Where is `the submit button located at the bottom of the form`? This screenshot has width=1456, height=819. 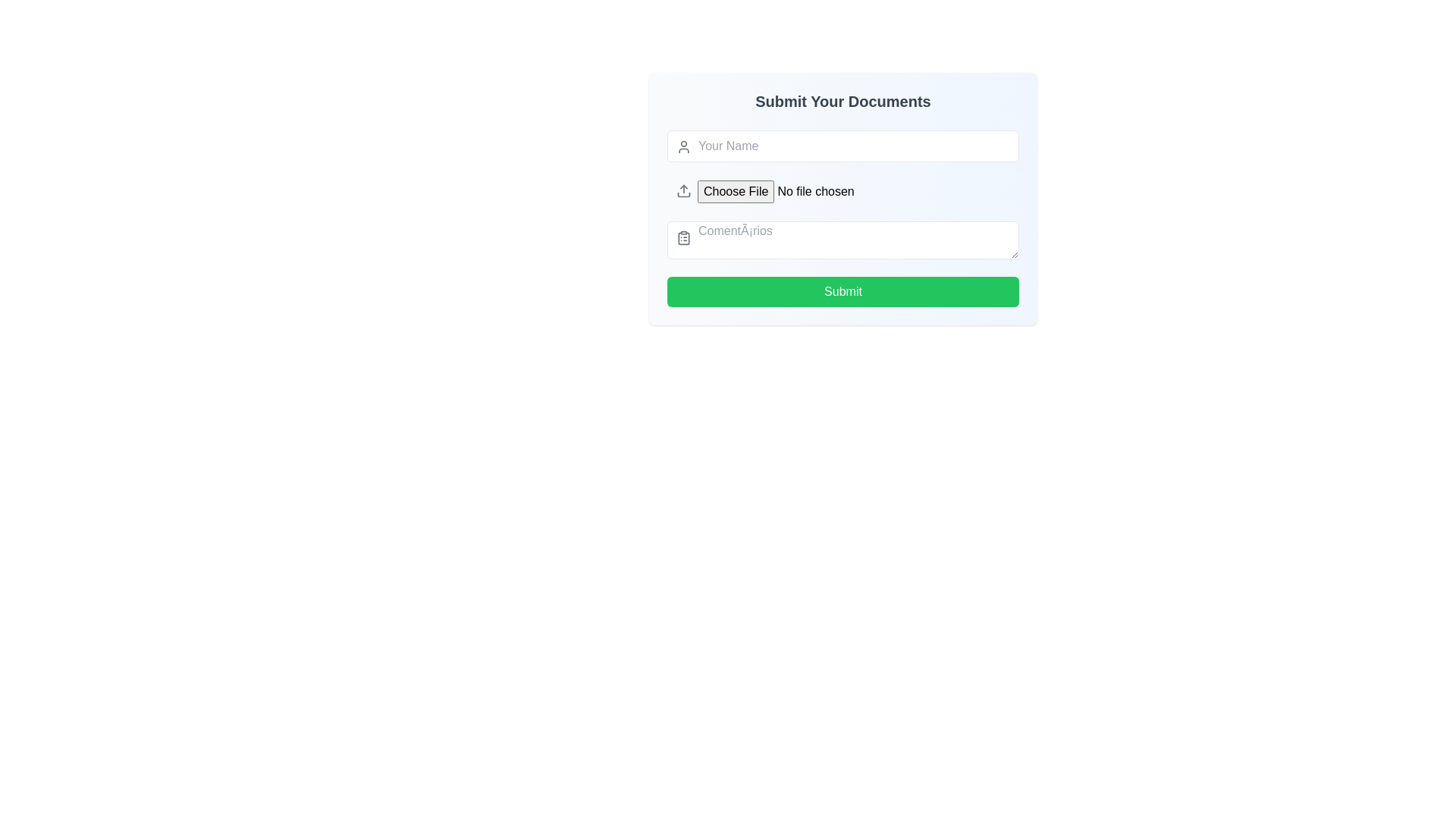
the submit button located at the bottom of the form is located at coordinates (843, 292).